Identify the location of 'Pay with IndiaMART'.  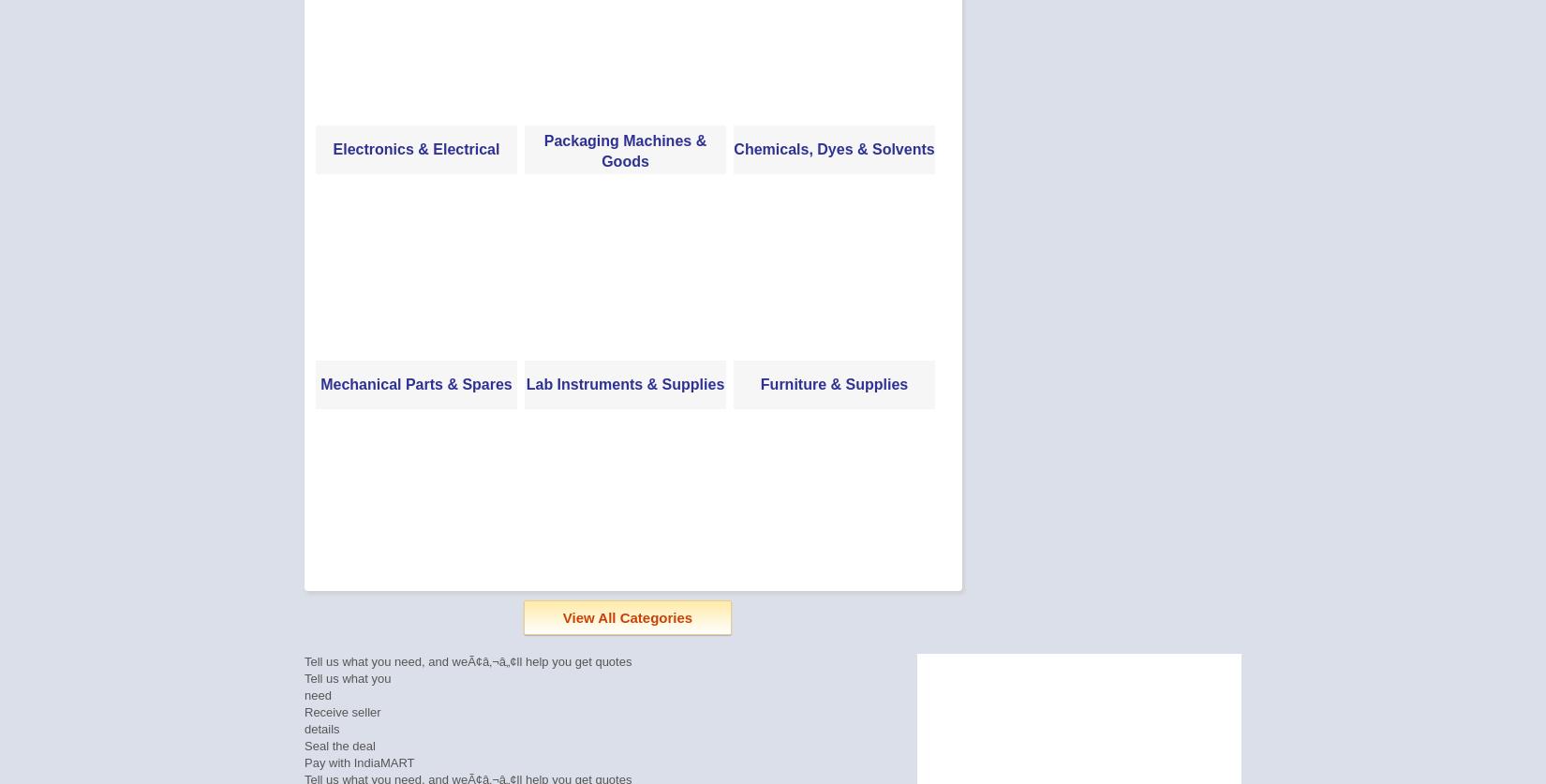
(359, 762).